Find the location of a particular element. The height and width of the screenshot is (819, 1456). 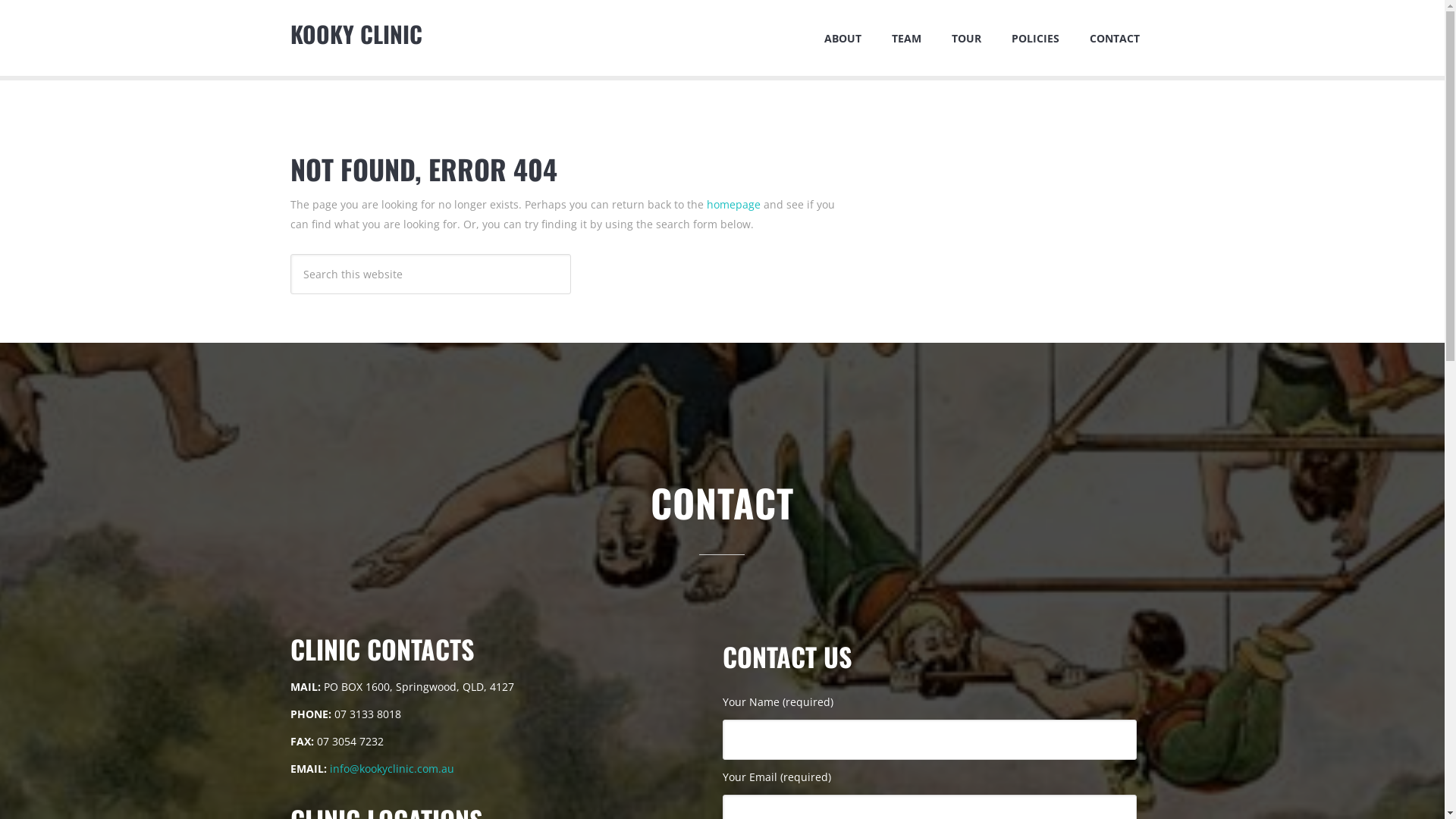

'Search' is located at coordinates (570, 253).